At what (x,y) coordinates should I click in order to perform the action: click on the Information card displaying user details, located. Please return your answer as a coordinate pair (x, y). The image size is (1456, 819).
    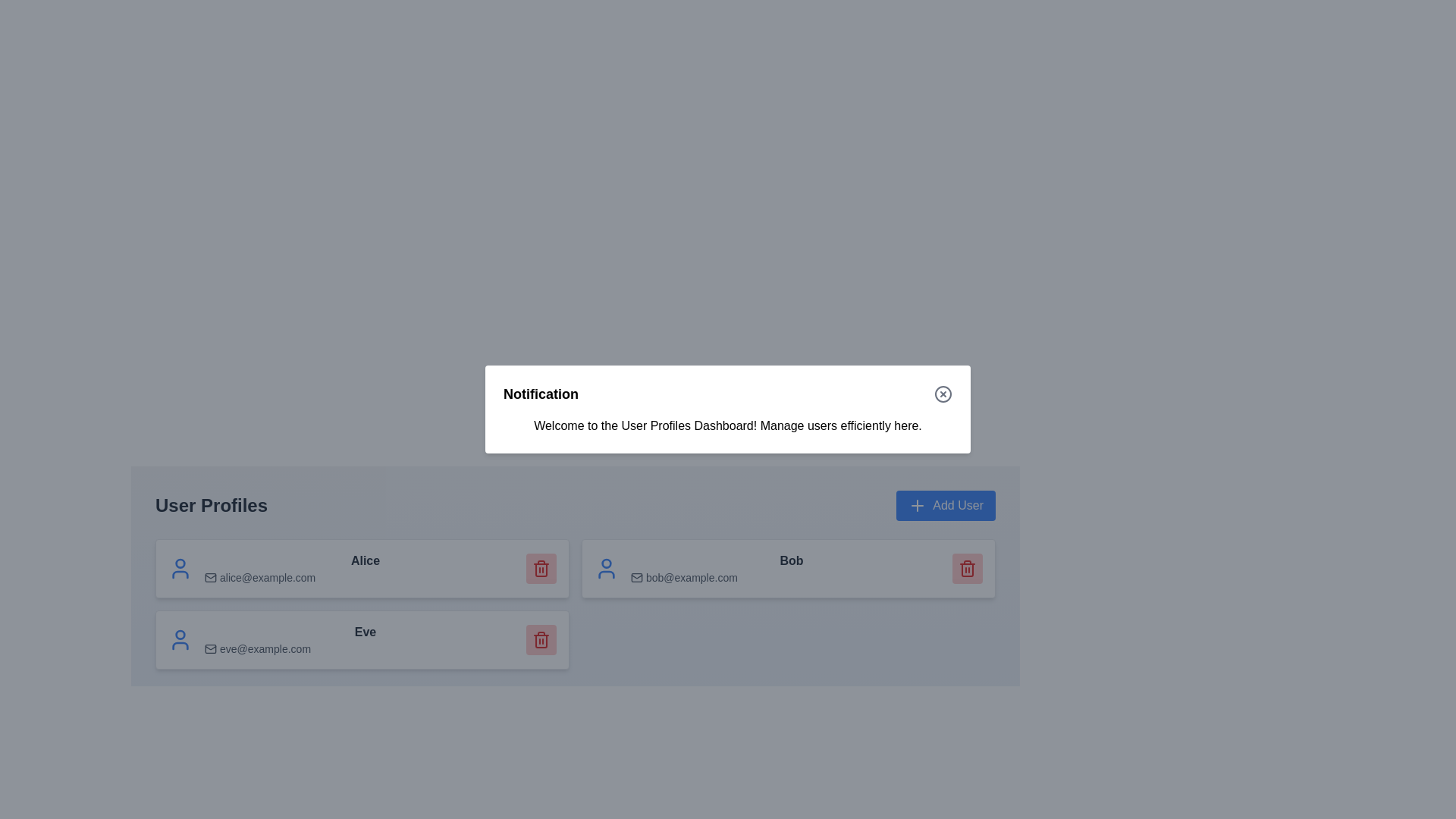
    Looking at the image, I should click on (789, 568).